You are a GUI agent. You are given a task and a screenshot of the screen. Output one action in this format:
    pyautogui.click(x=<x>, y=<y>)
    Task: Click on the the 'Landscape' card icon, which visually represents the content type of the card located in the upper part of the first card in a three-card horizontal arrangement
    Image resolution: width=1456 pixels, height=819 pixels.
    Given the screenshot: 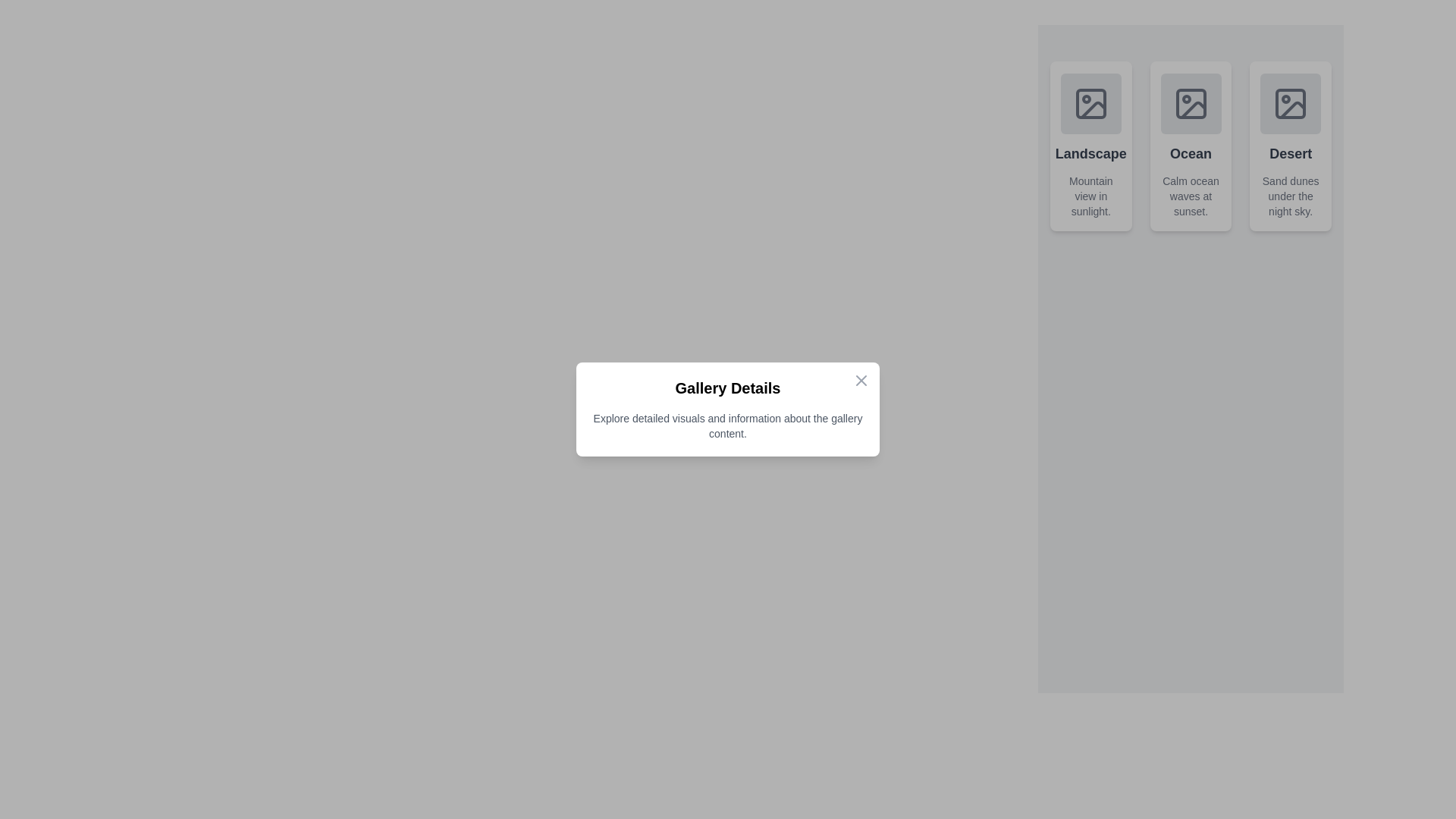 What is the action you would take?
    pyautogui.click(x=1090, y=103)
    